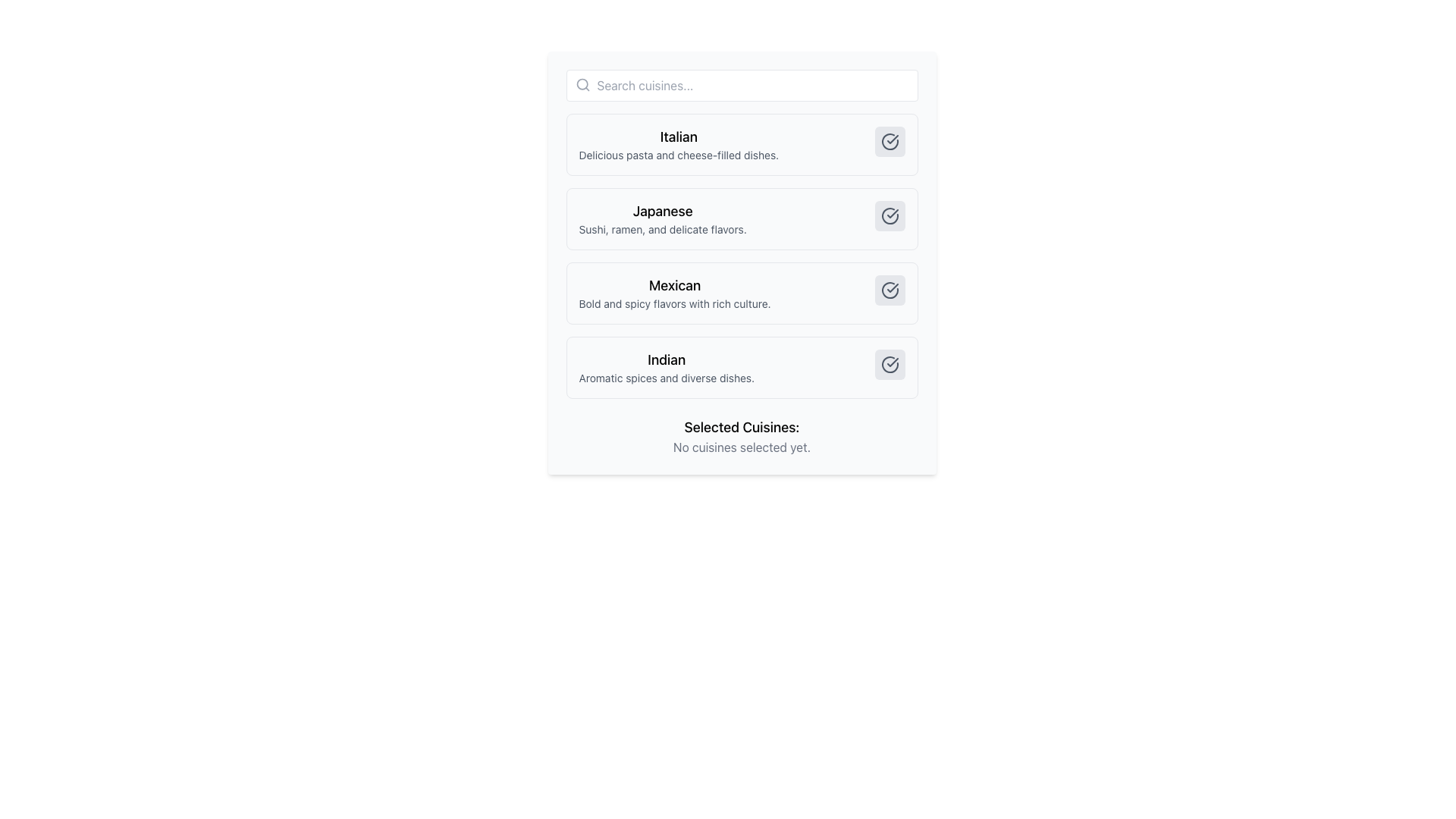 The image size is (1456, 819). What do you see at coordinates (667, 368) in the screenshot?
I see `the fourth item in the cuisine options list, which is the label describing 'Indian' cuisine` at bounding box center [667, 368].